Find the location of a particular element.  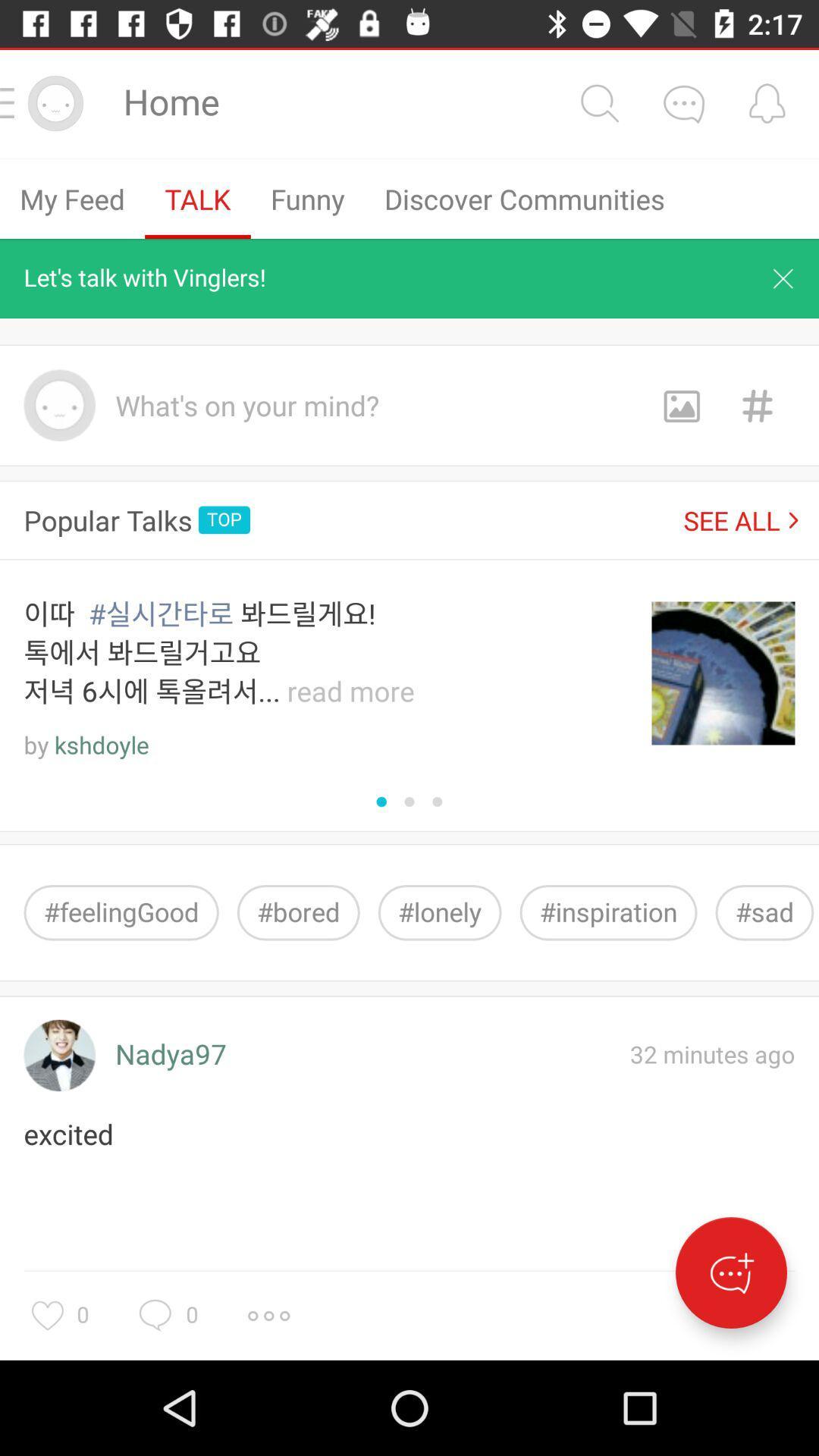

set alarm is located at coordinates (767, 102).